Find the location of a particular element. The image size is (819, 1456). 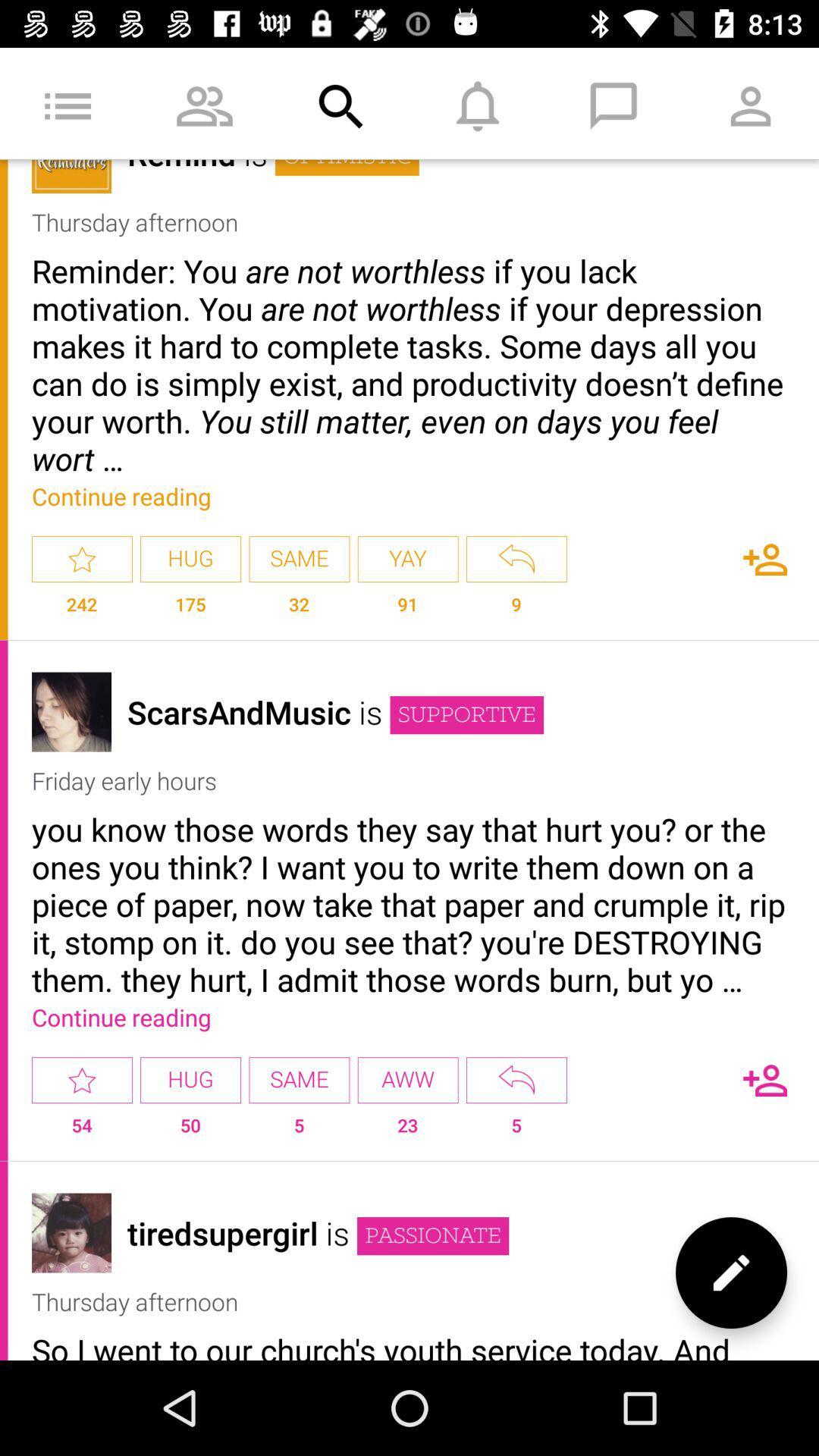

the app below the yay icon is located at coordinates (516, 610).